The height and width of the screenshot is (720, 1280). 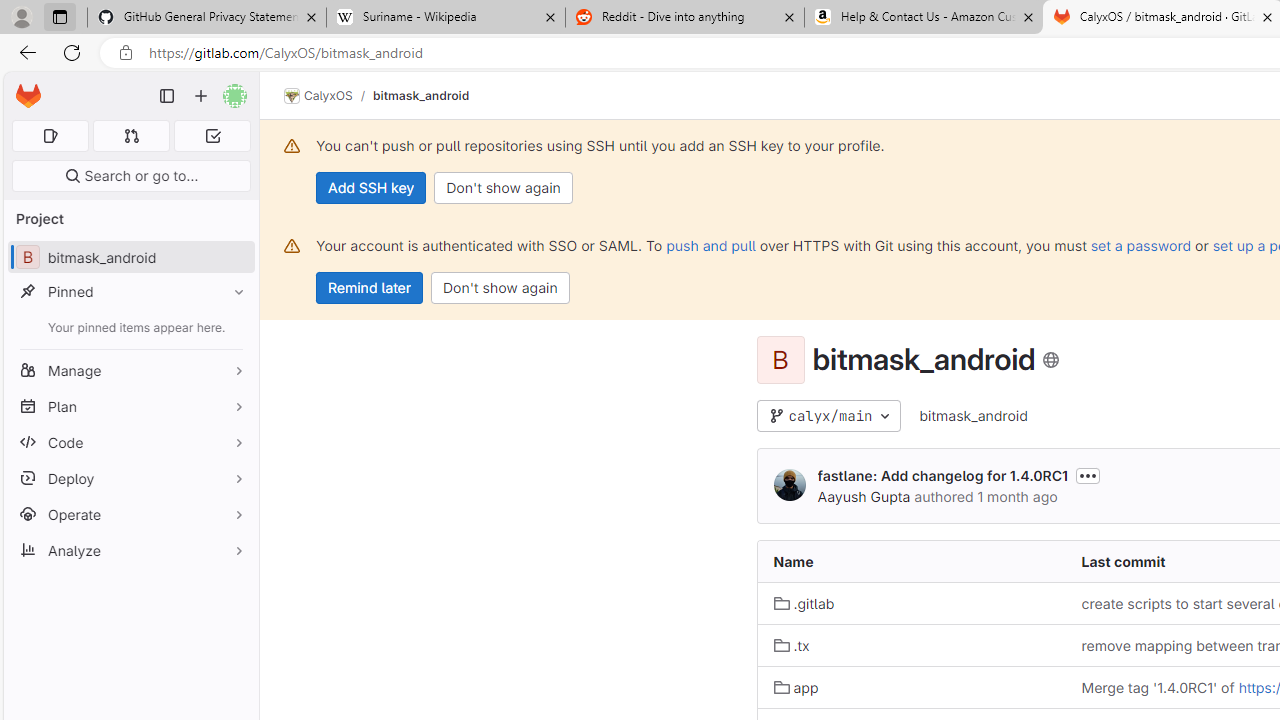 I want to click on 'Class: s16 icon', so click(x=1050, y=360).